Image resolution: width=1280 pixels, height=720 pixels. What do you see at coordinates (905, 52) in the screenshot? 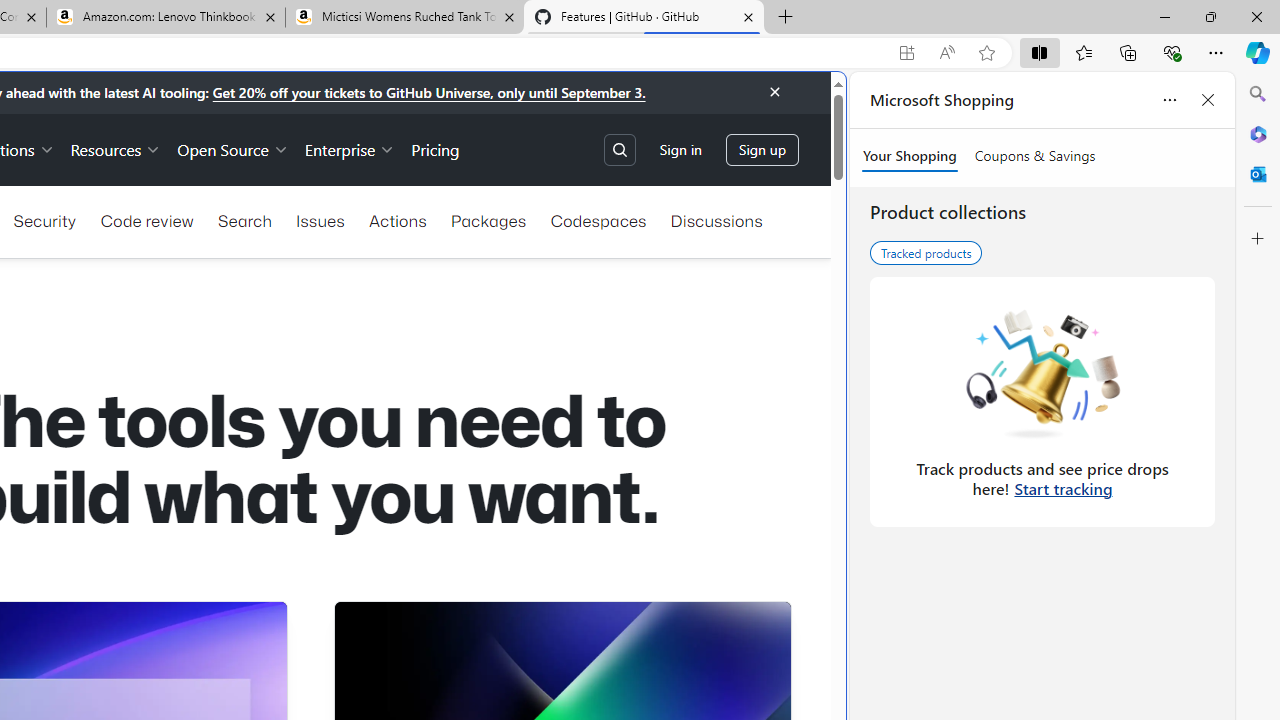
I see `'App available. Install '` at bounding box center [905, 52].